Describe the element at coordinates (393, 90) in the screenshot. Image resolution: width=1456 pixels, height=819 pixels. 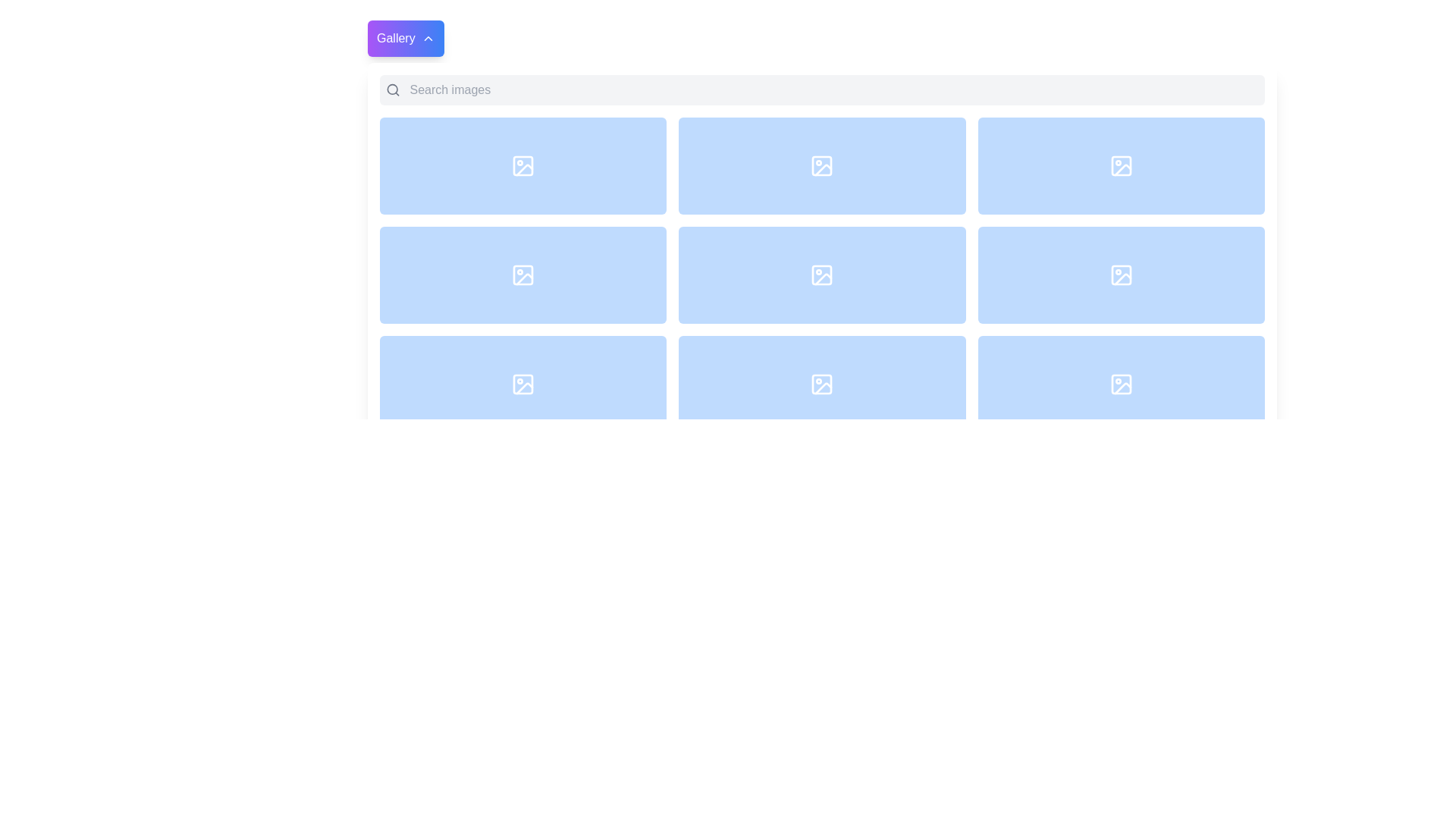
I see `the gray magnifying glass icon with rounded edges located to the left of the 'Search images' input field in the top horizontal bar of the application` at that location.